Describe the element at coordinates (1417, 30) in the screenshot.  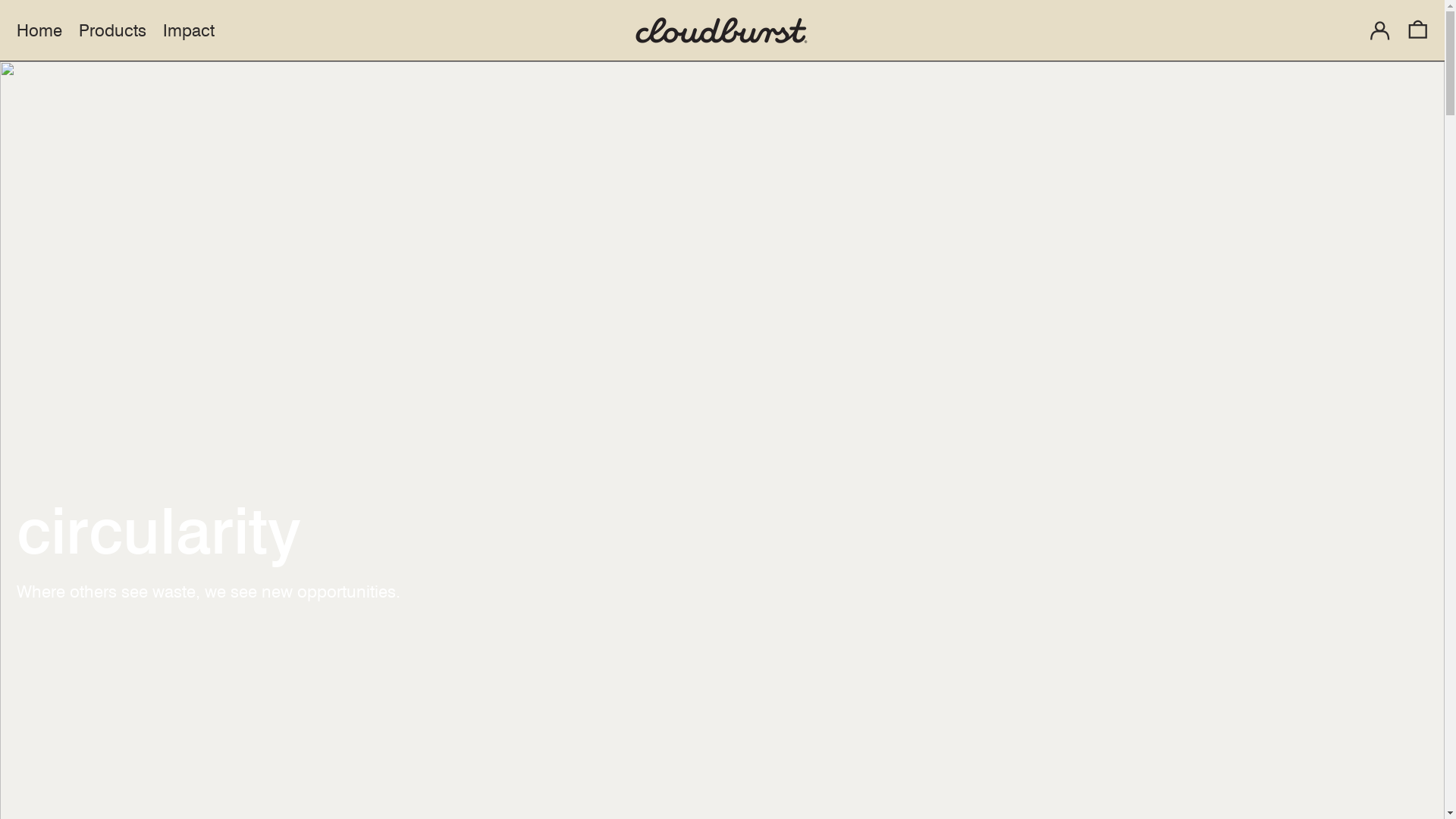
I see `'0 items'` at that location.